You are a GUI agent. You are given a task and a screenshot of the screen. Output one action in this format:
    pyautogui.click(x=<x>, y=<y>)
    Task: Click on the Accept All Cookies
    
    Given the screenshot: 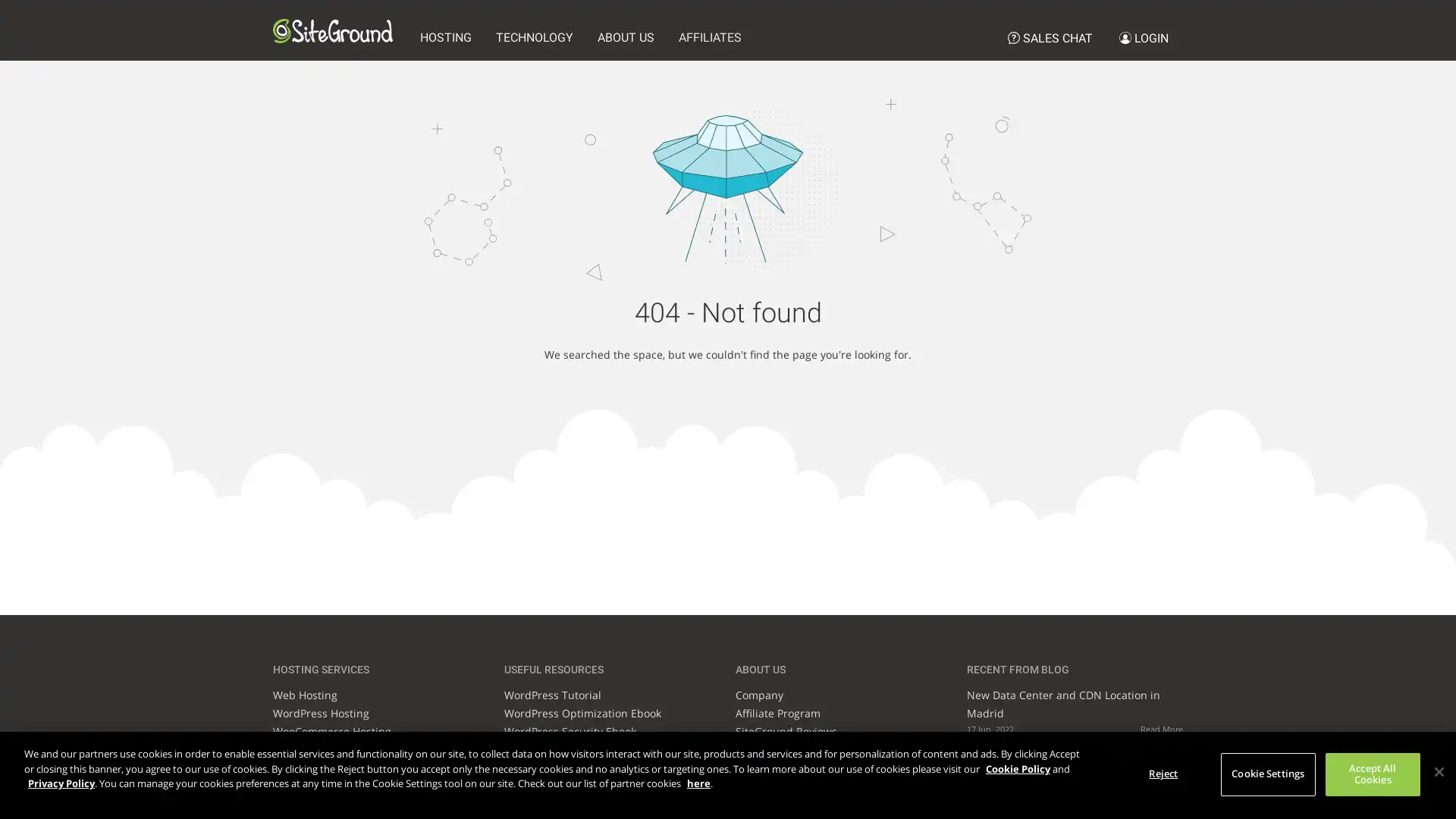 What is the action you would take?
    pyautogui.click(x=1372, y=773)
    